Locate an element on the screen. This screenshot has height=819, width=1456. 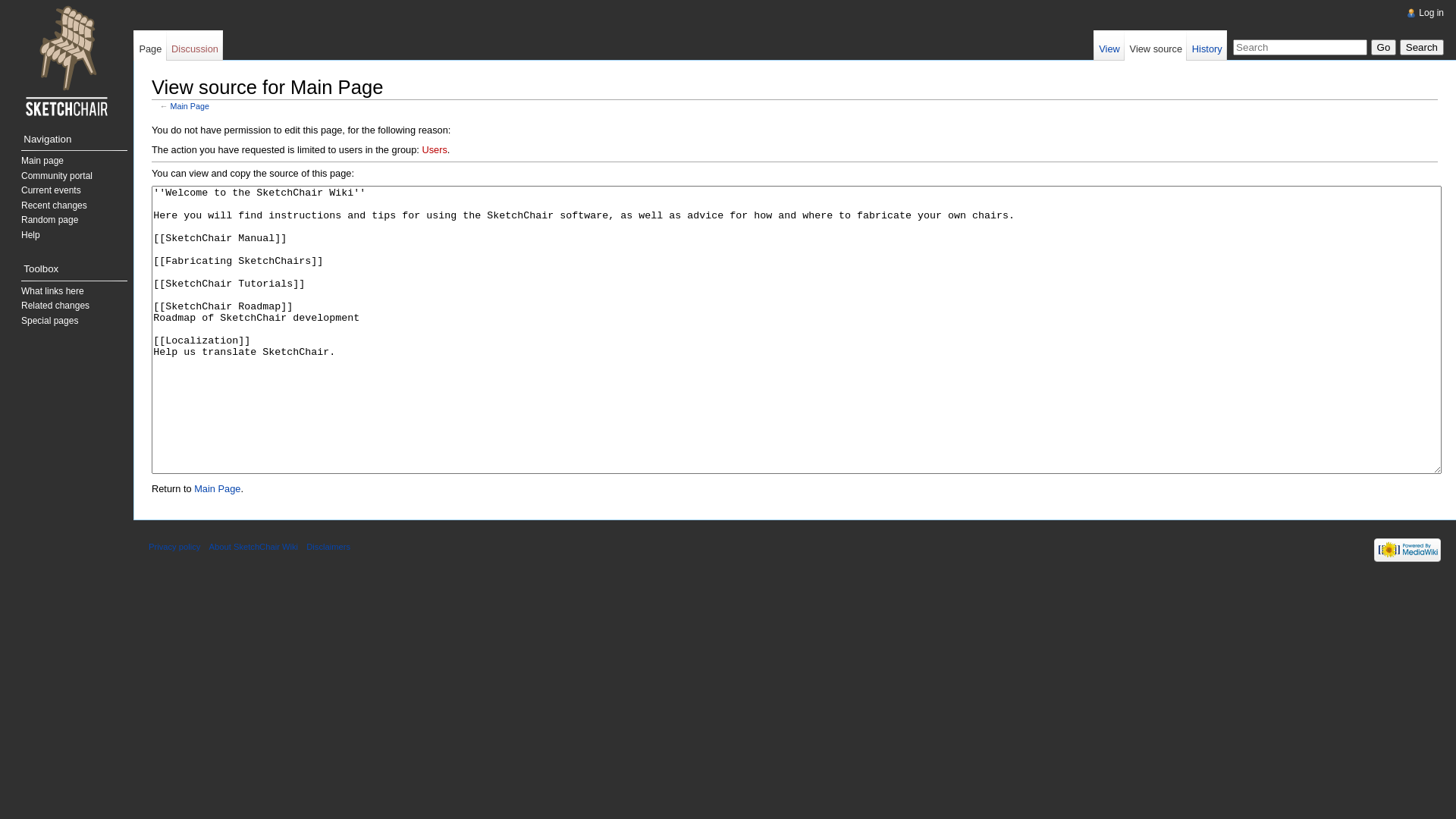
'About SketchChair Wiki' is located at coordinates (208, 547).